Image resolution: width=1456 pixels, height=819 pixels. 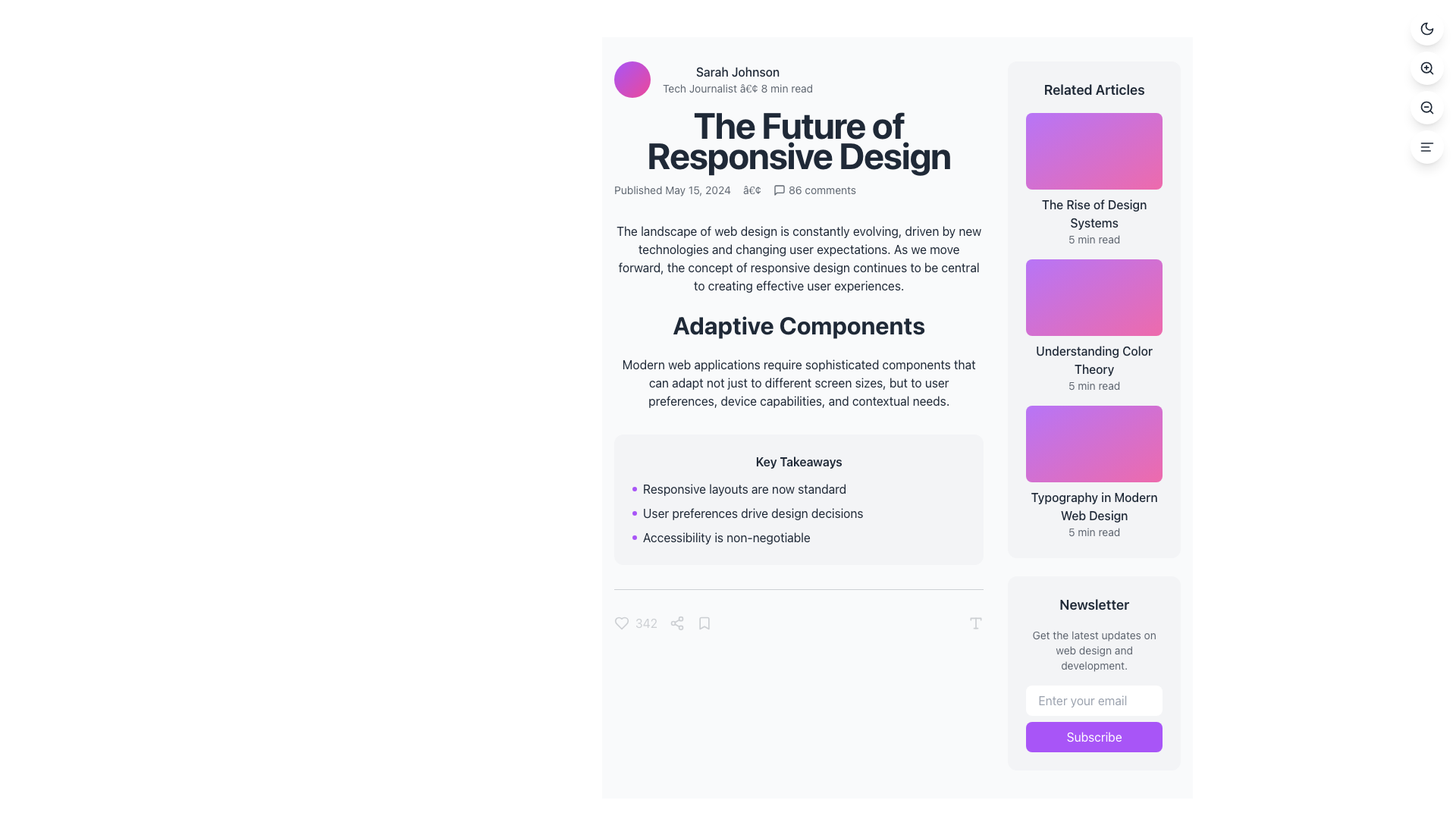 What do you see at coordinates (738, 79) in the screenshot?
I see `the author's name 'Sarah Johnson' in the text block` at bounding box center [738, 79].